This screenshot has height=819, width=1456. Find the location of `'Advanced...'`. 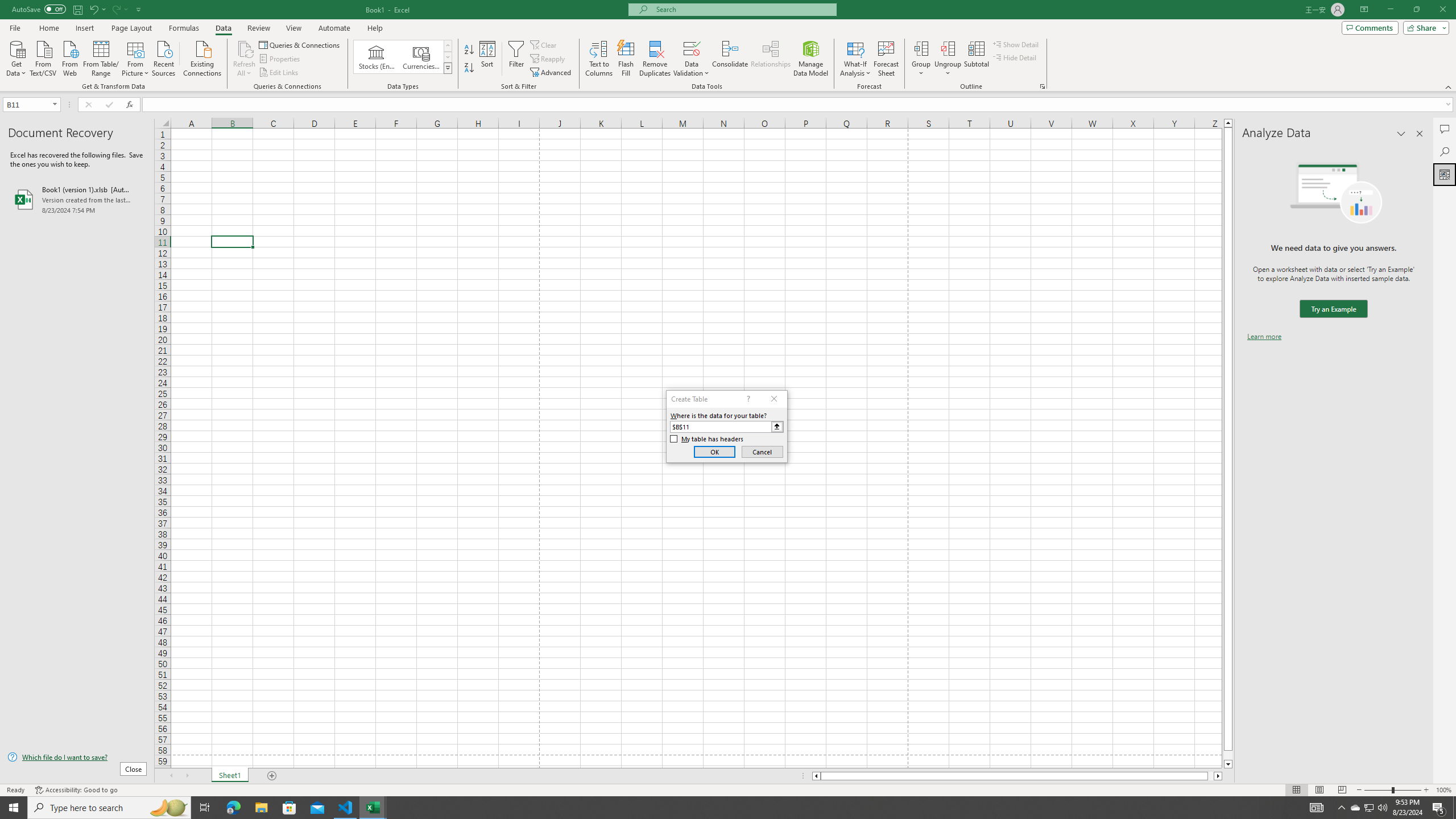

'Advanced...' is located at coordinates (552, 72).